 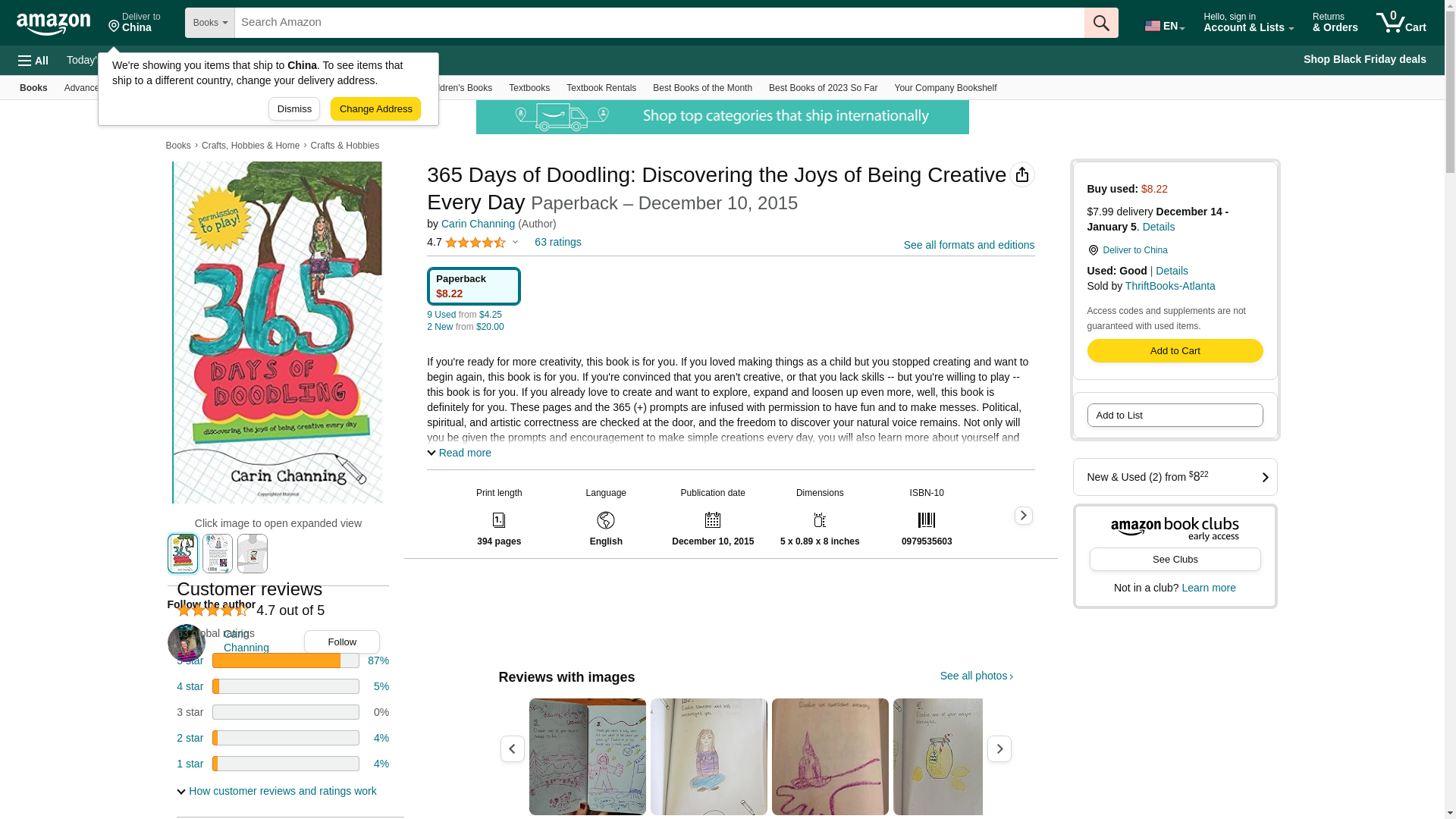 What do you see at coordinates (1101, 23) in the screenshot?
I see `'Go'` at bounding box center [1101, 23].